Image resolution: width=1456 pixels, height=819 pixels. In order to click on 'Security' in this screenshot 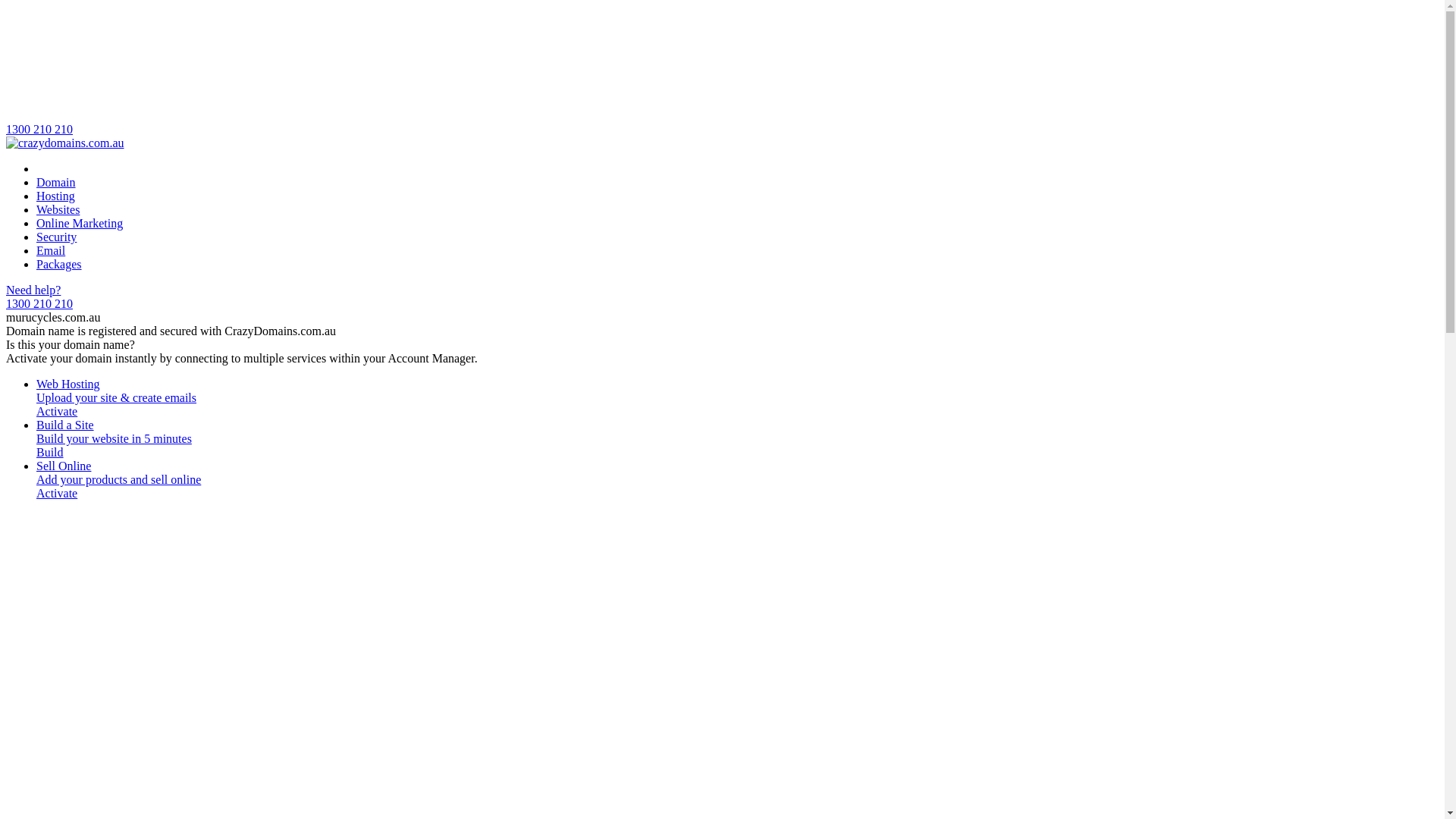, I will do `click(56, 237)`.